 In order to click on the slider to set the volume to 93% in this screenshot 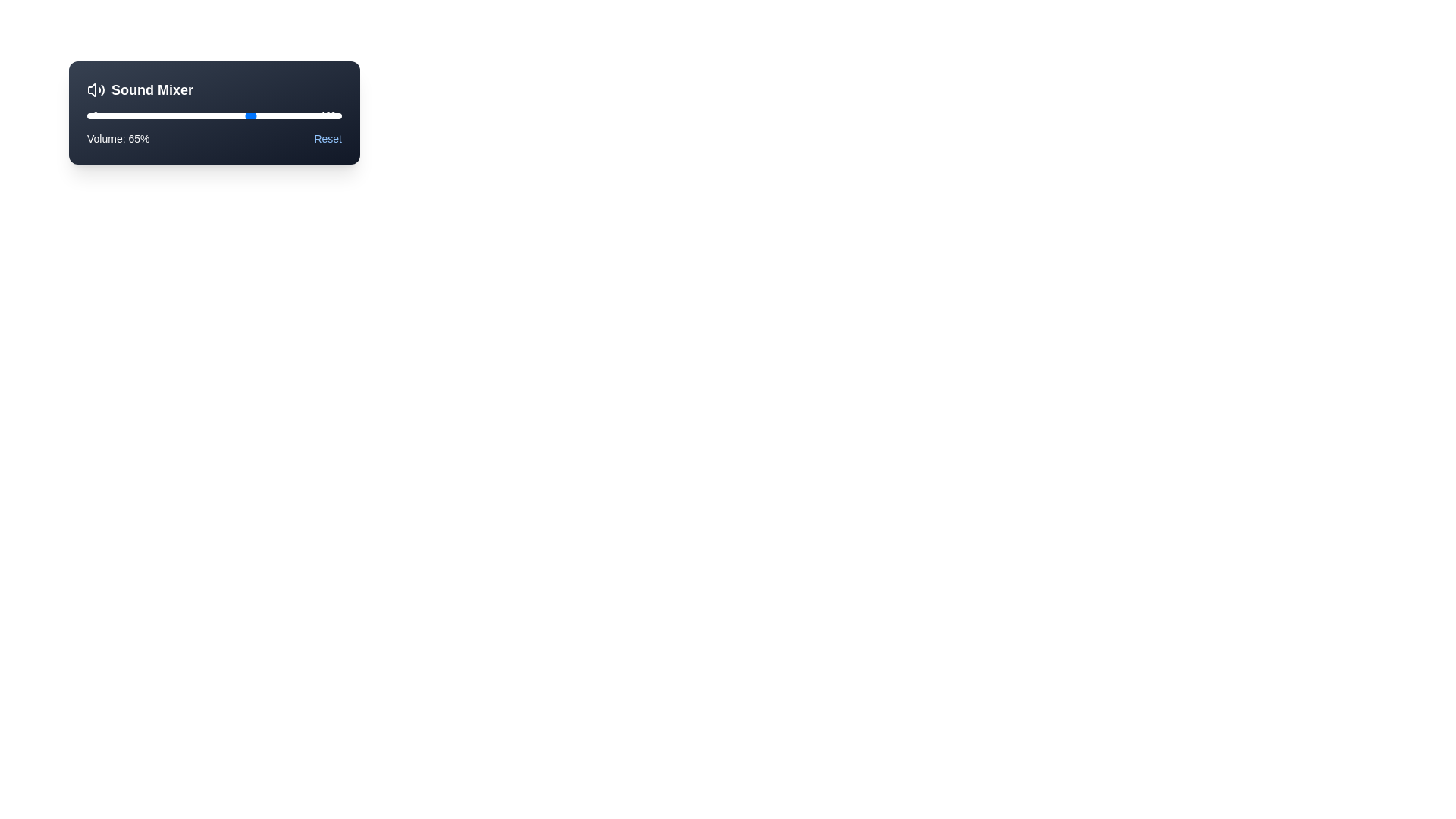, I will do `click(323, 115)`.